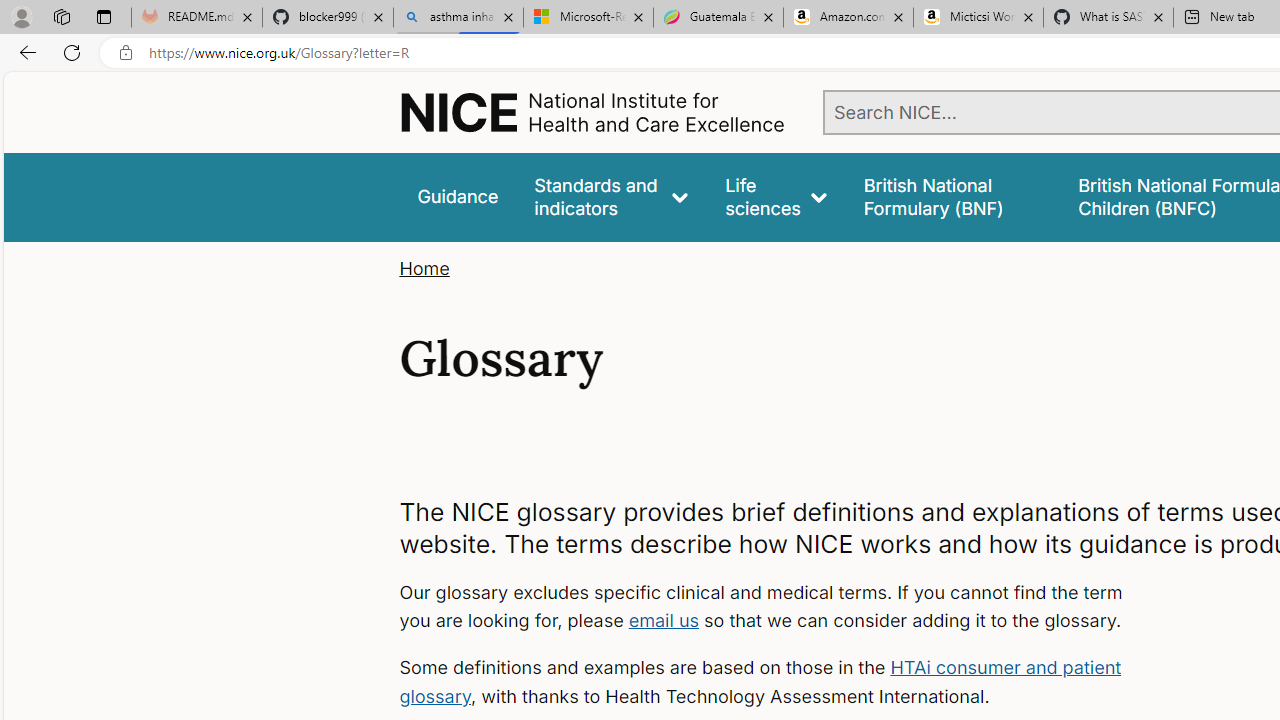 Image resolution: width=1280 pixels, height=720 pixels. What do you see at coordinates (423, 268) in the screenshot?
I see `'Home'` at bounding box center [423, 268].